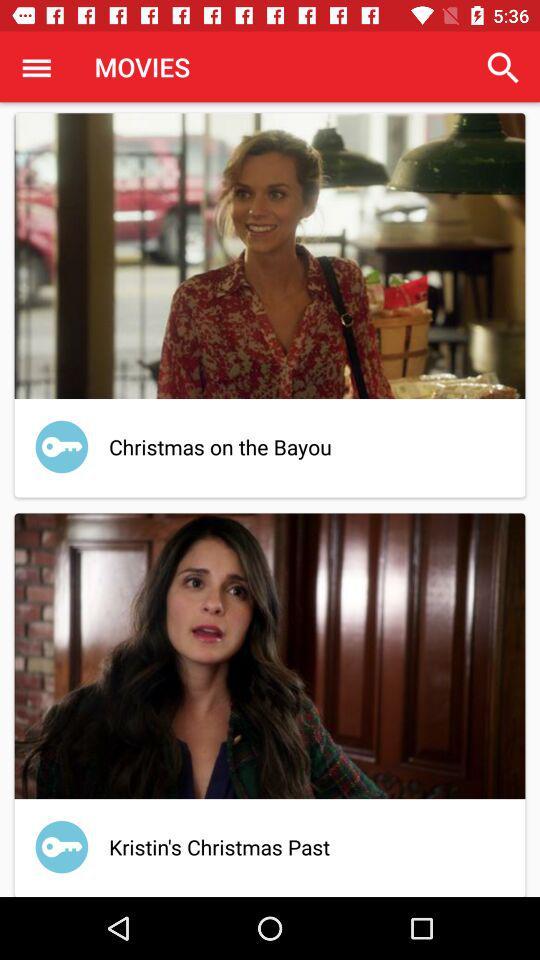 The height and width of the screenshot is (960, 540). I want to click on item at the top right corner, so click(502, 67).